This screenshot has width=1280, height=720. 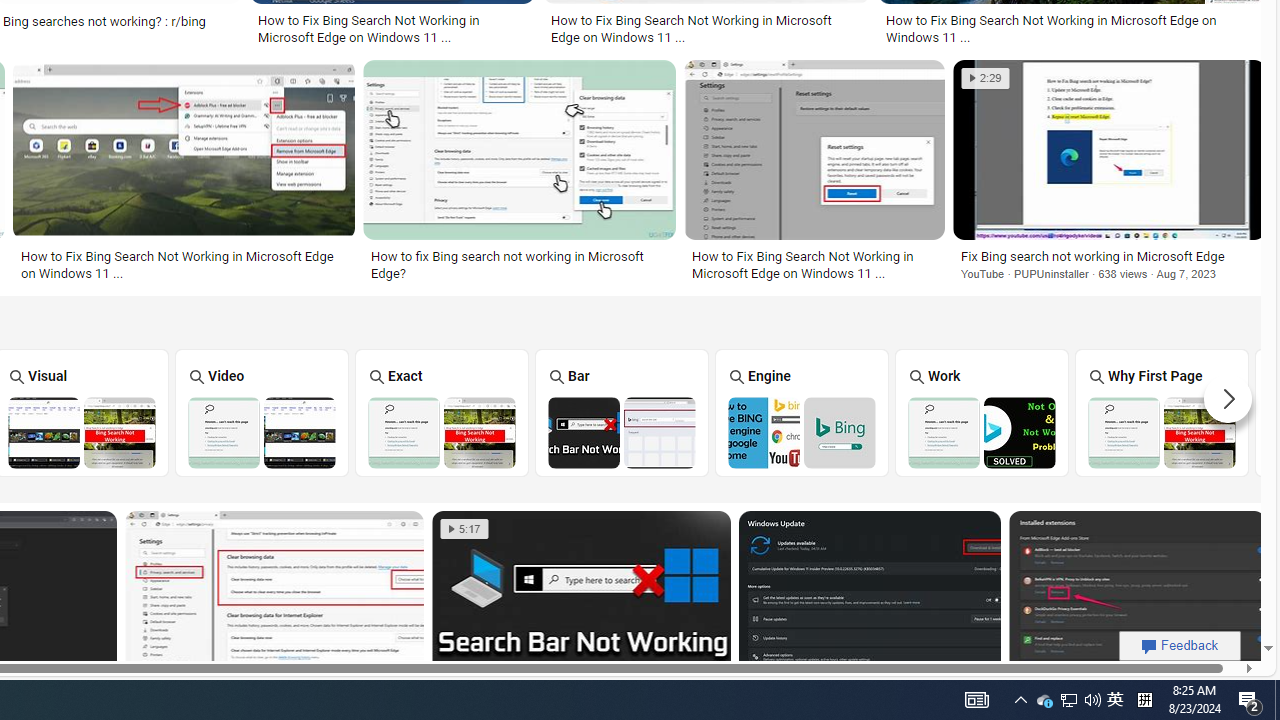 What do you see at coordinates (985, 77) in the screenshot?
I see `'2:29'` at bounding box center [985, 77].